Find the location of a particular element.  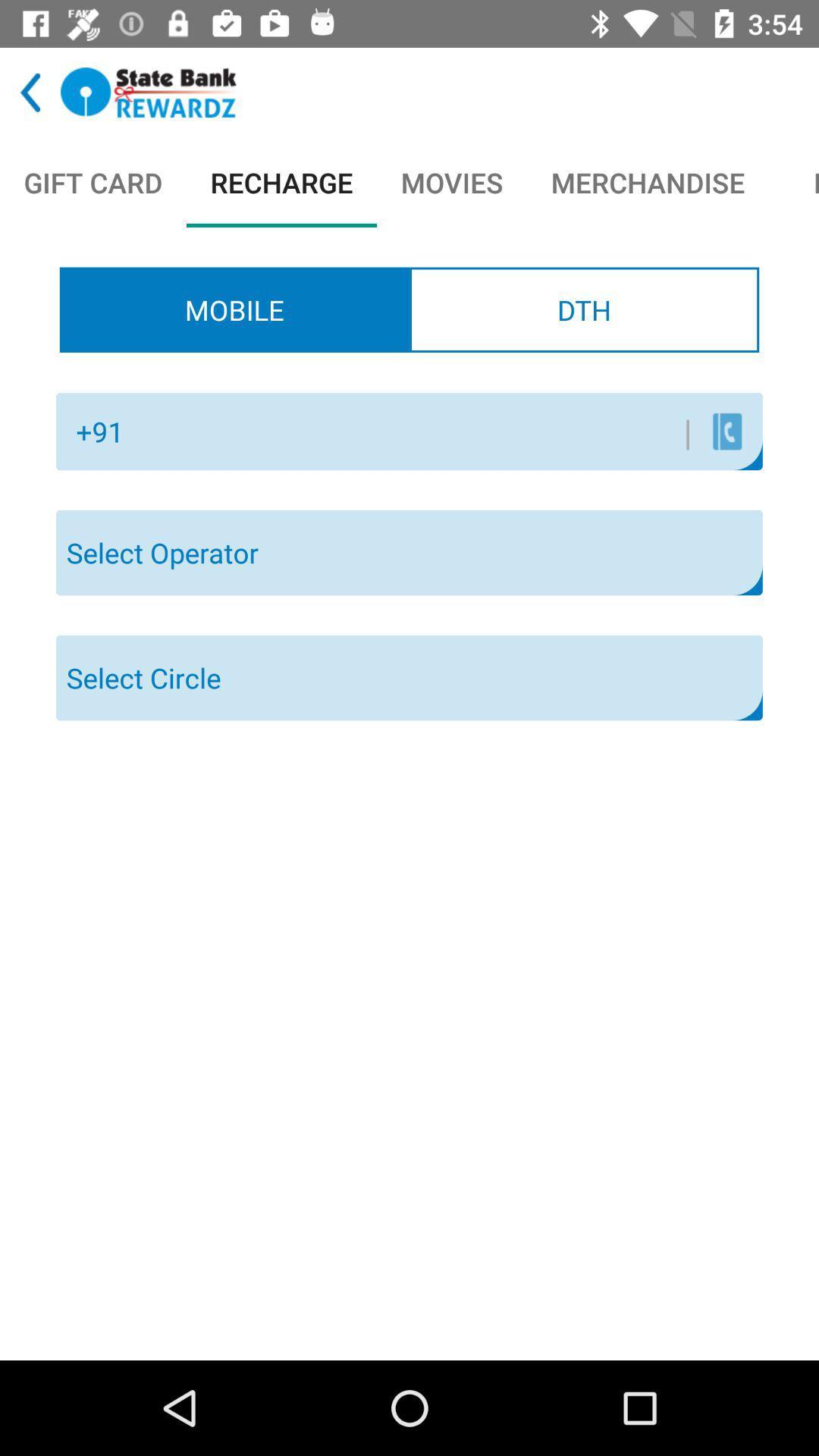

this is used to call is located at coordinates (726, 431).